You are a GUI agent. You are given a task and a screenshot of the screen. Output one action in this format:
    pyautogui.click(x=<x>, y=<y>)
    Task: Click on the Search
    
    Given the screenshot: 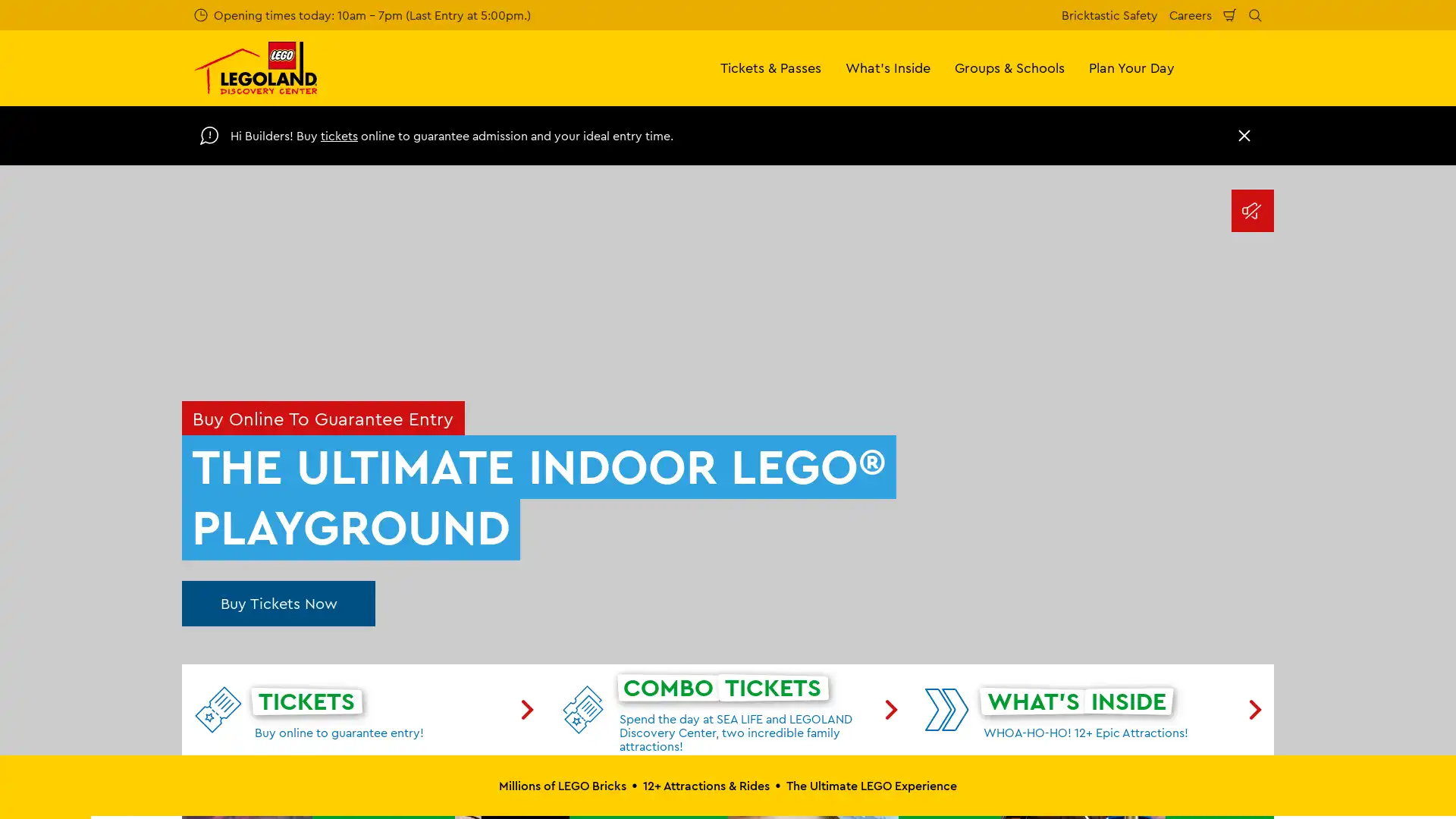 What is the action you would take?
    pyautogui.click(x=1255, y=14)
    